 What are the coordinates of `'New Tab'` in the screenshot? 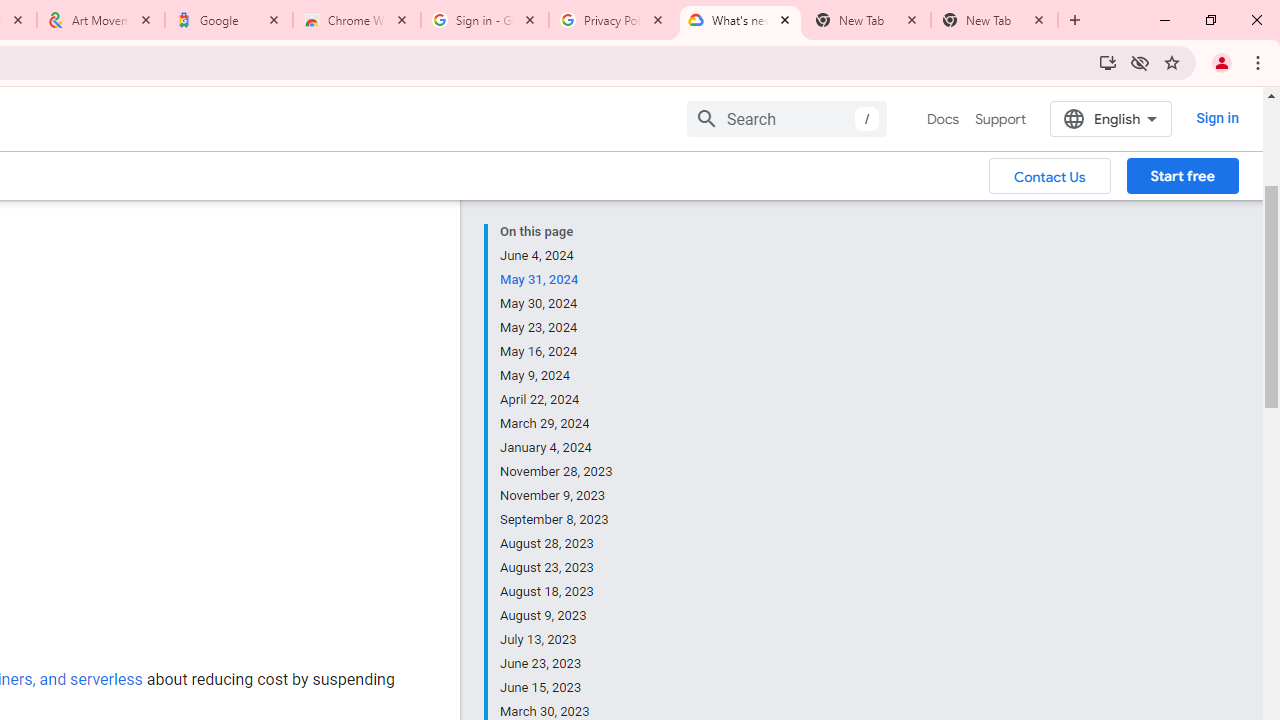 It's located at (994, 20).